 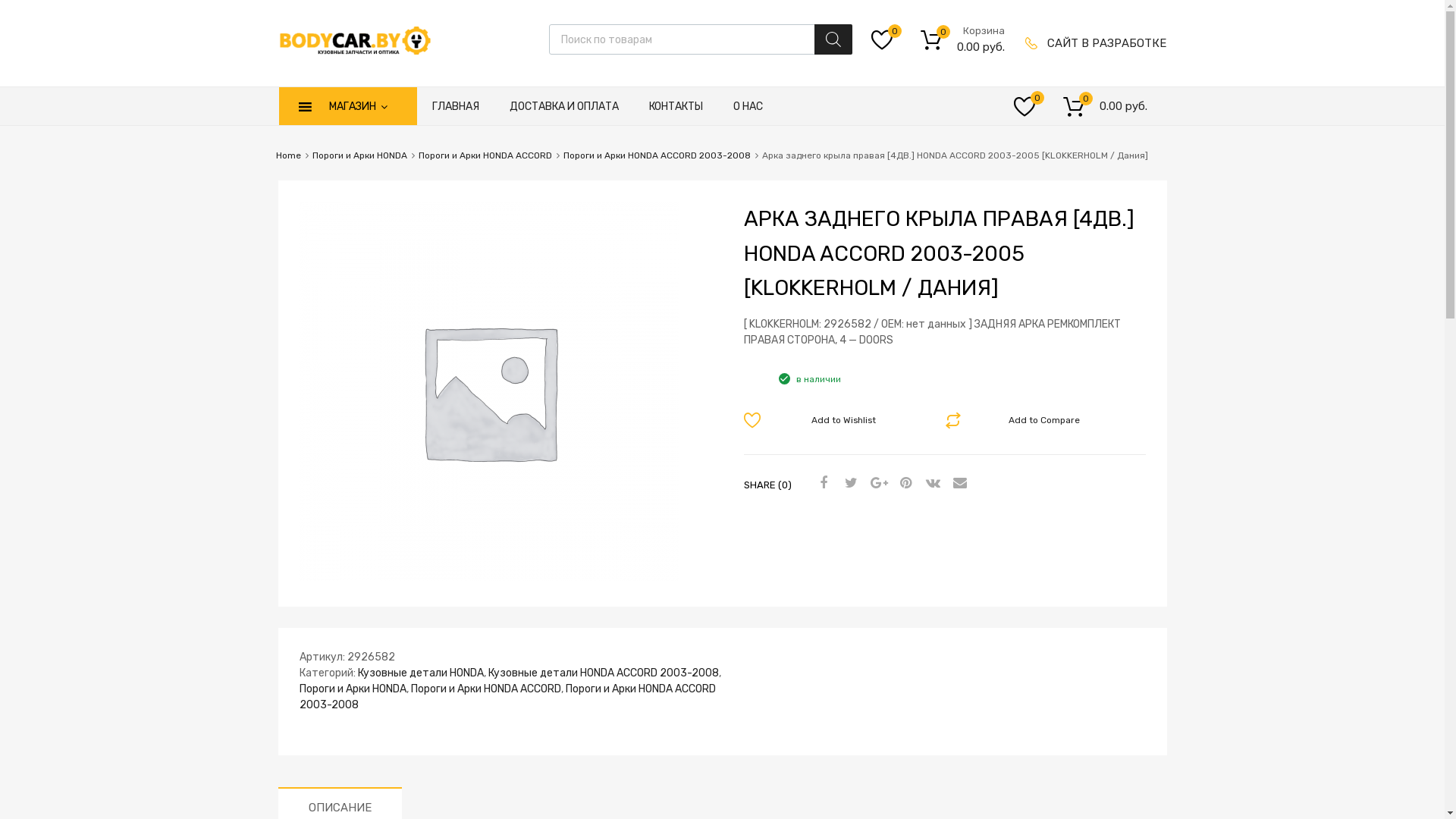 What do you see at coordinates (833, 420) in the screenshot?
I see `'Add to Wishlist'` at bounding box center [833, 420].